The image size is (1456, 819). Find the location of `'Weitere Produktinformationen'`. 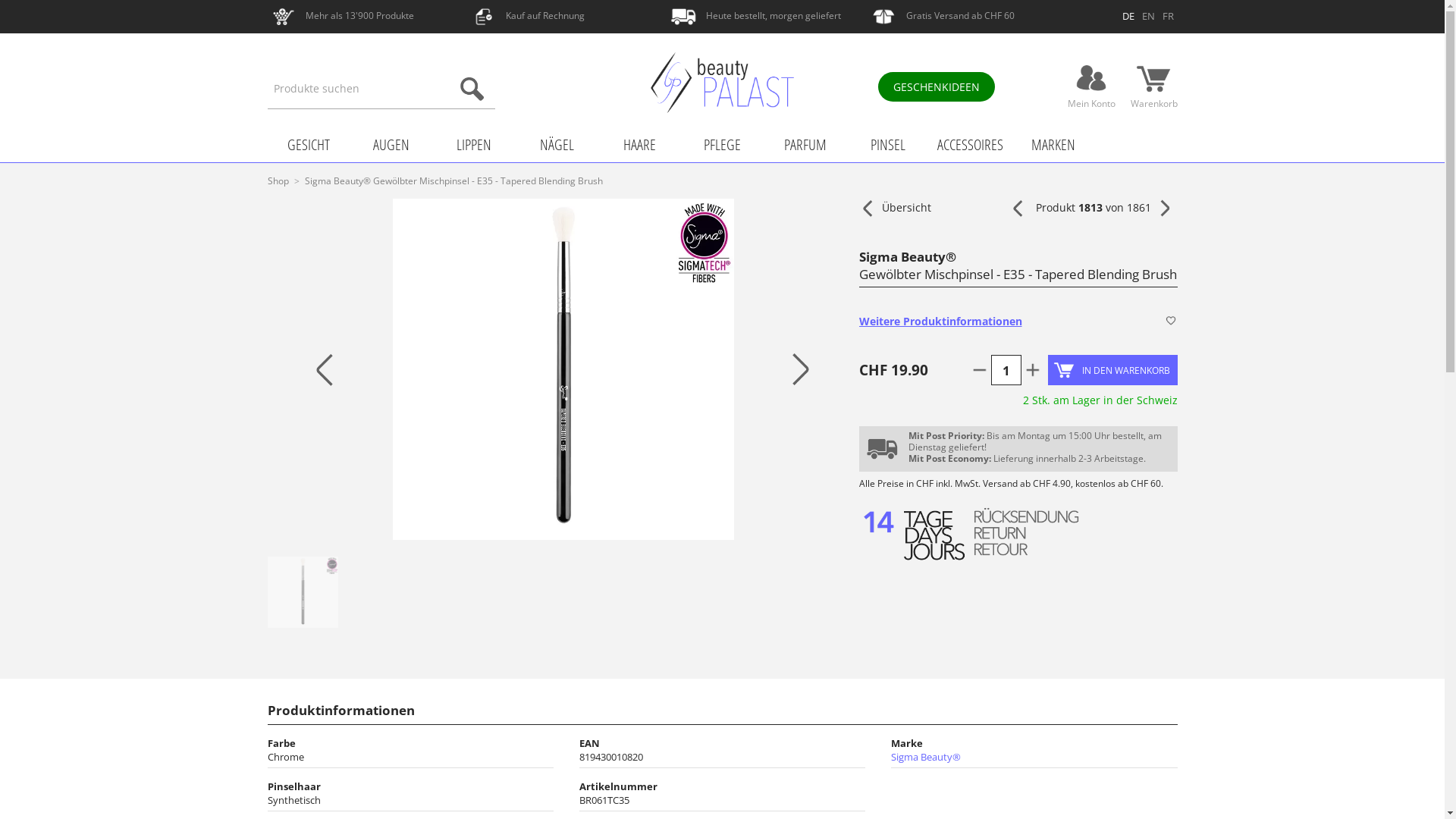

'Weitere Produktinformationen' is located at coordinates (986, 320).